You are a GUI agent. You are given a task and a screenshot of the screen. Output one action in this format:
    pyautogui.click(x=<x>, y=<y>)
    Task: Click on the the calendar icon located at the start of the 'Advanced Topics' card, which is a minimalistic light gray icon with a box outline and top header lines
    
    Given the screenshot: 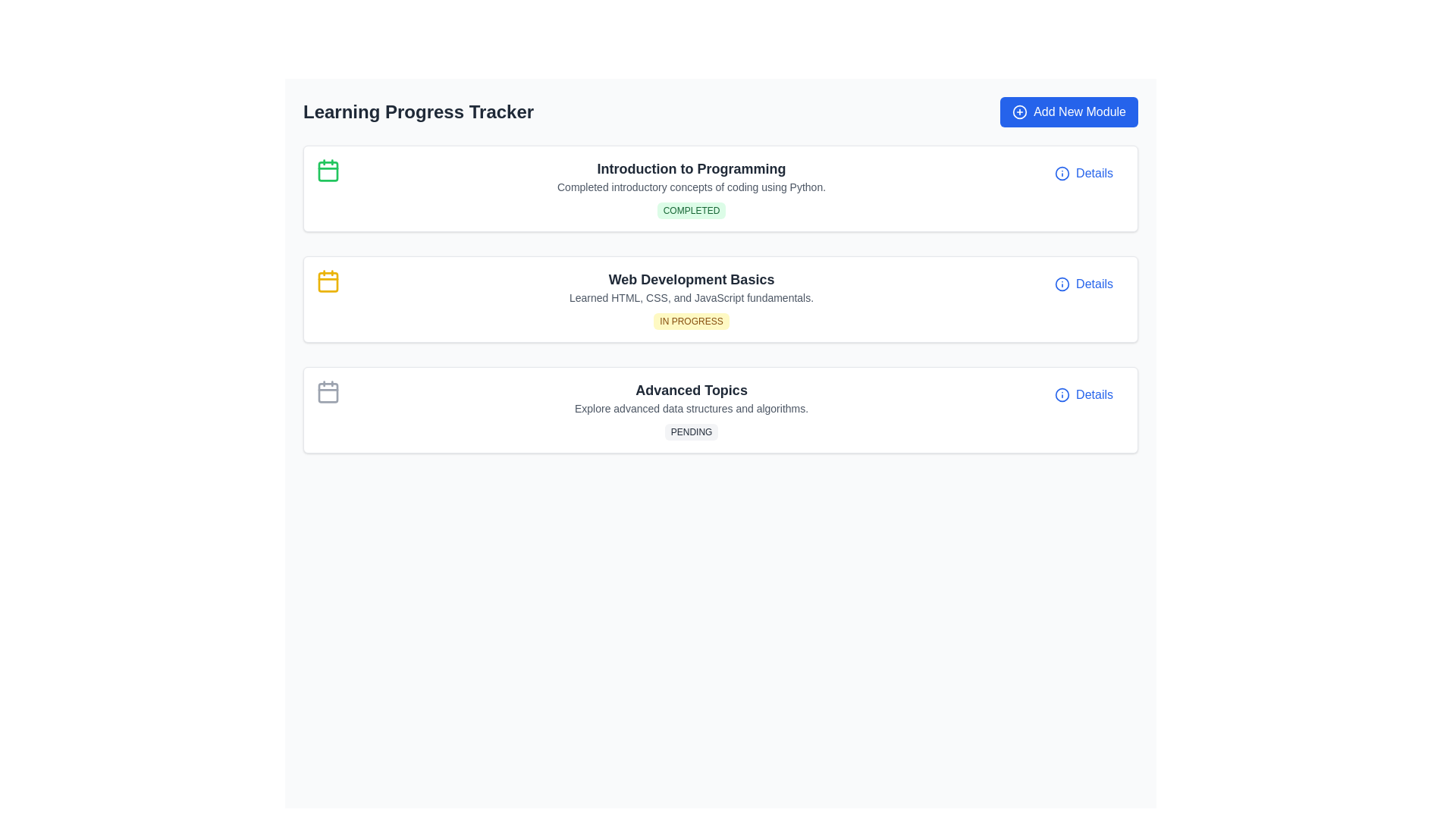 What is the action you would take?
    pyautogui.click(x=327, y=391)
    